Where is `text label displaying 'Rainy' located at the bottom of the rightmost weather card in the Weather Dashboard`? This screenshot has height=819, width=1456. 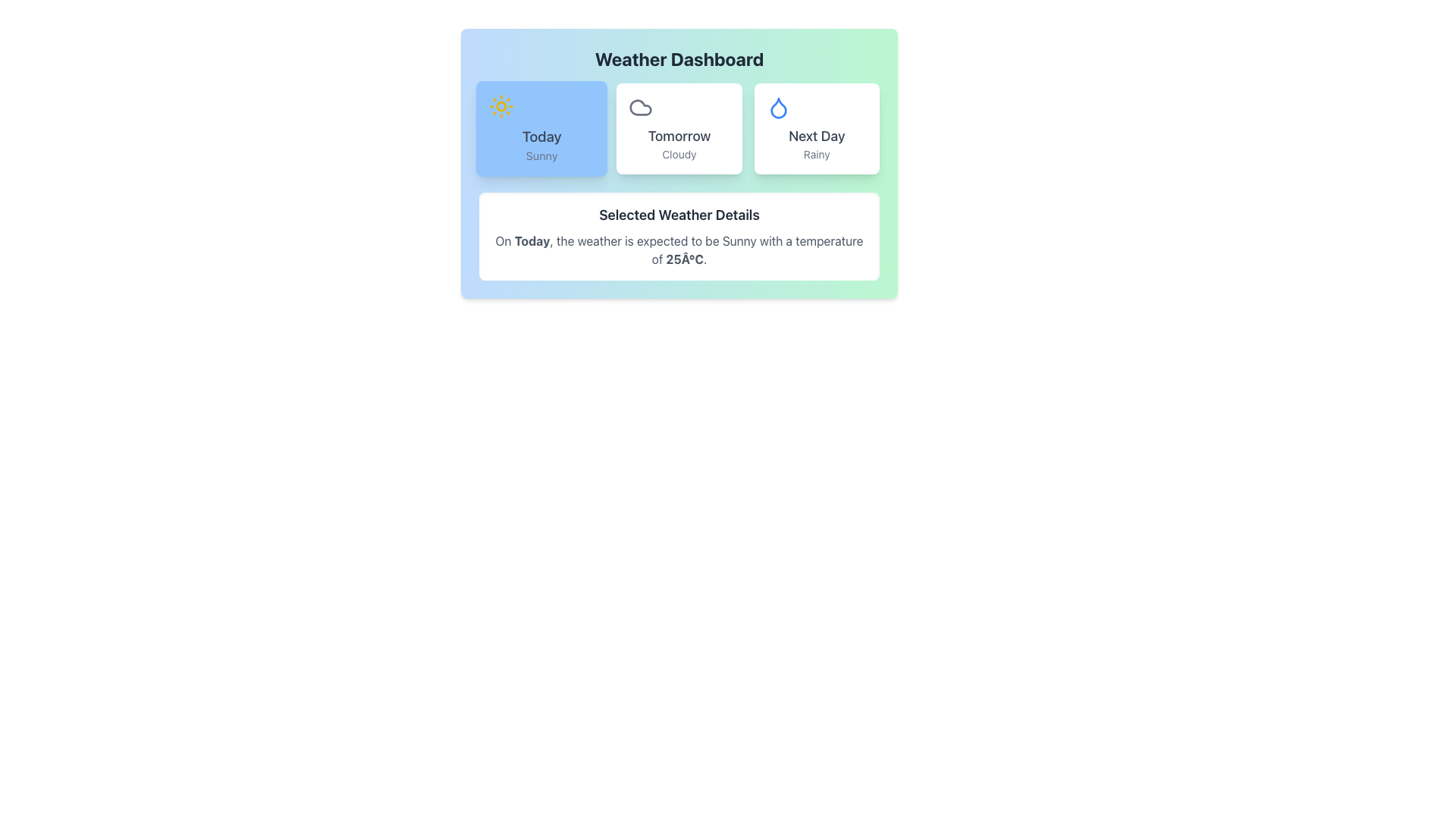 text label displaying 'Rainy' located at the bottom of the rightmost weather card in the Weather Dashboard is located at coordinates (816, 155).